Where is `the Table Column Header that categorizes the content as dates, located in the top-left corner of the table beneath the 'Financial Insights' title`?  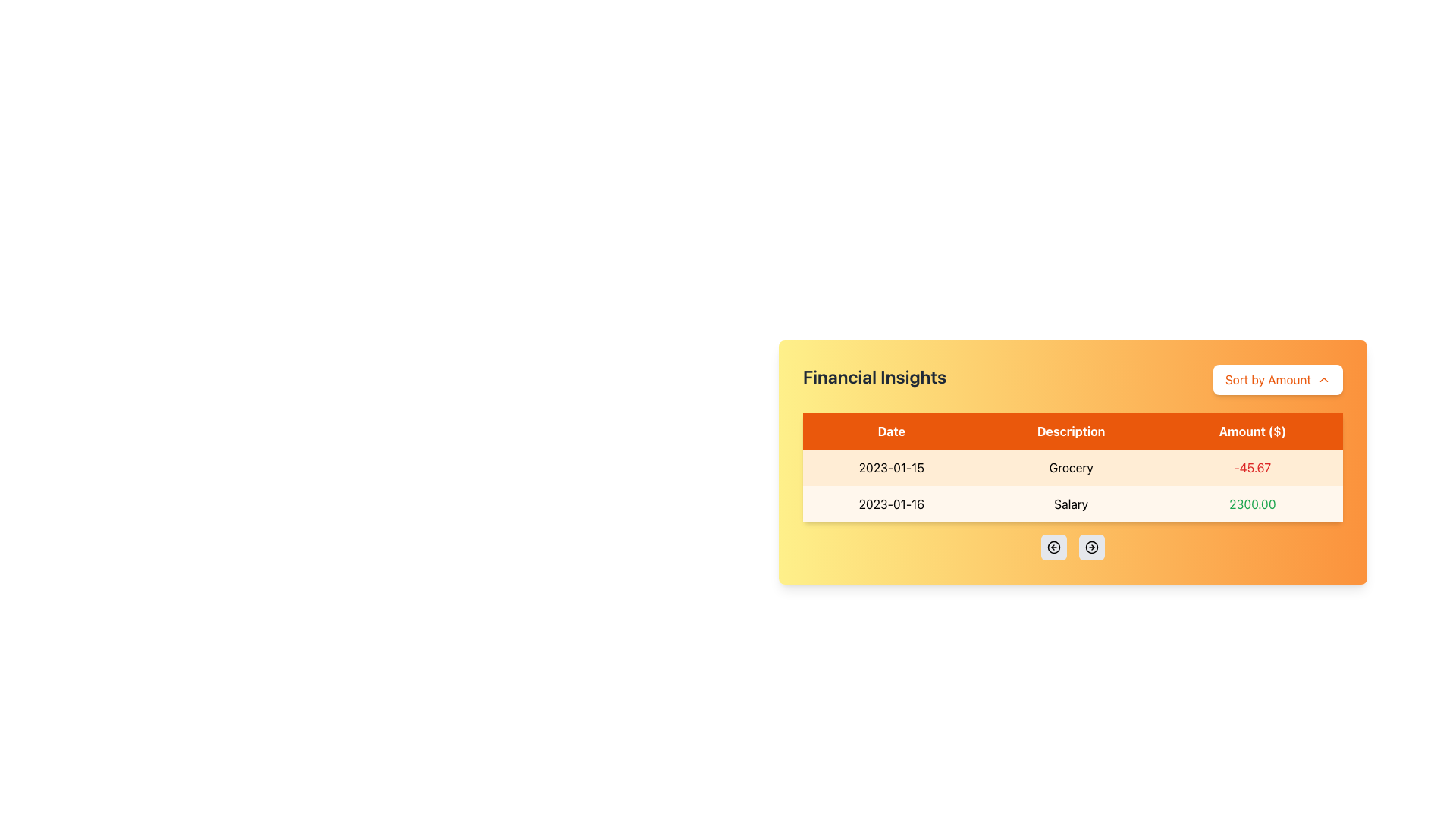
the Table Column Header that categorizes the content as dates, located in the top-left corner of the table beneath the 'Financial Insights' title is located at coordinates (891, 431).